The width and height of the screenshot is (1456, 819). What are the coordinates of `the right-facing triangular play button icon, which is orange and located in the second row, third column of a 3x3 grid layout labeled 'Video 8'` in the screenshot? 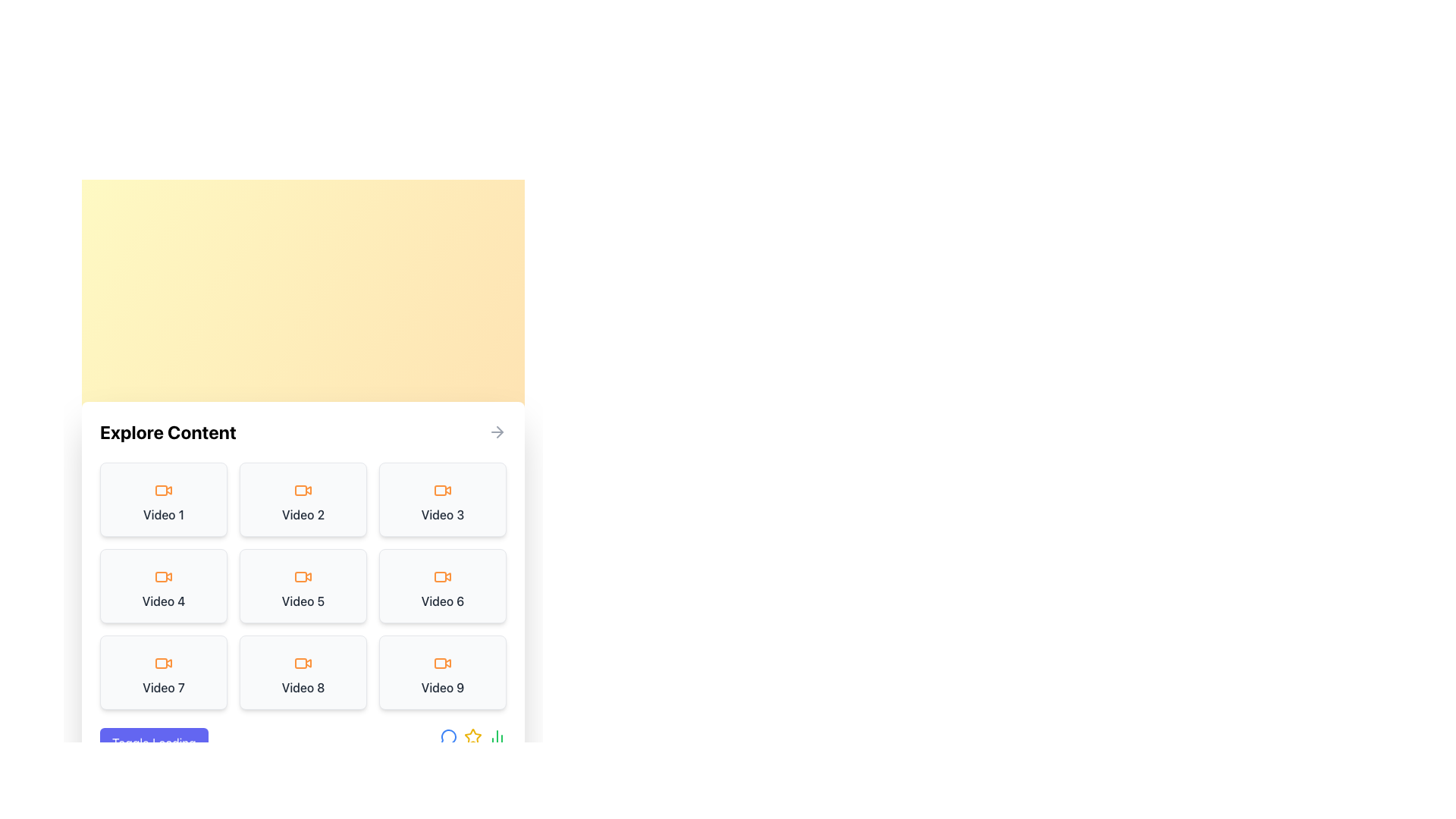 It's located at (308, 662).